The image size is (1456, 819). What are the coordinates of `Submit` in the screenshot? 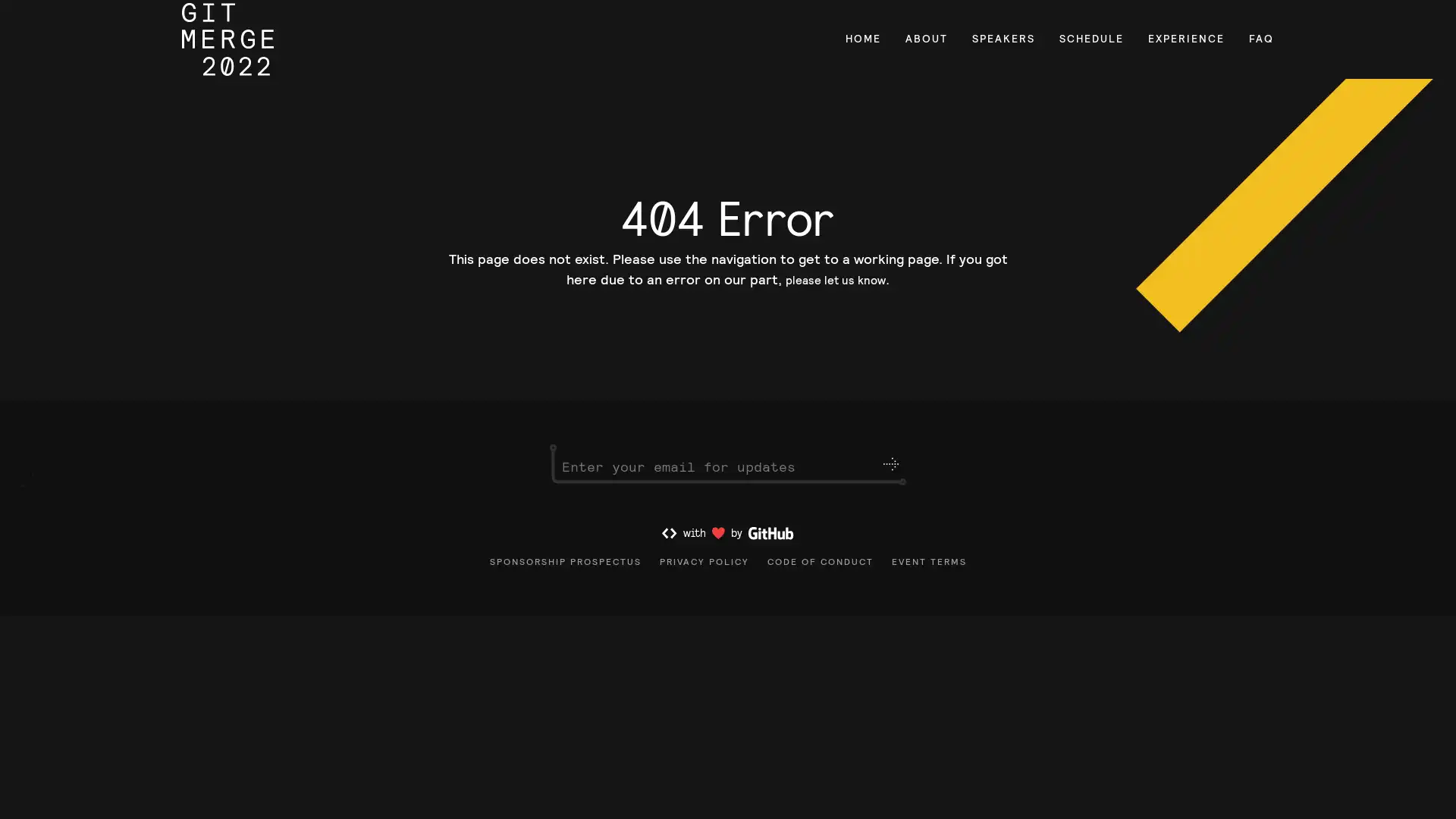 It's located at (890, 485).